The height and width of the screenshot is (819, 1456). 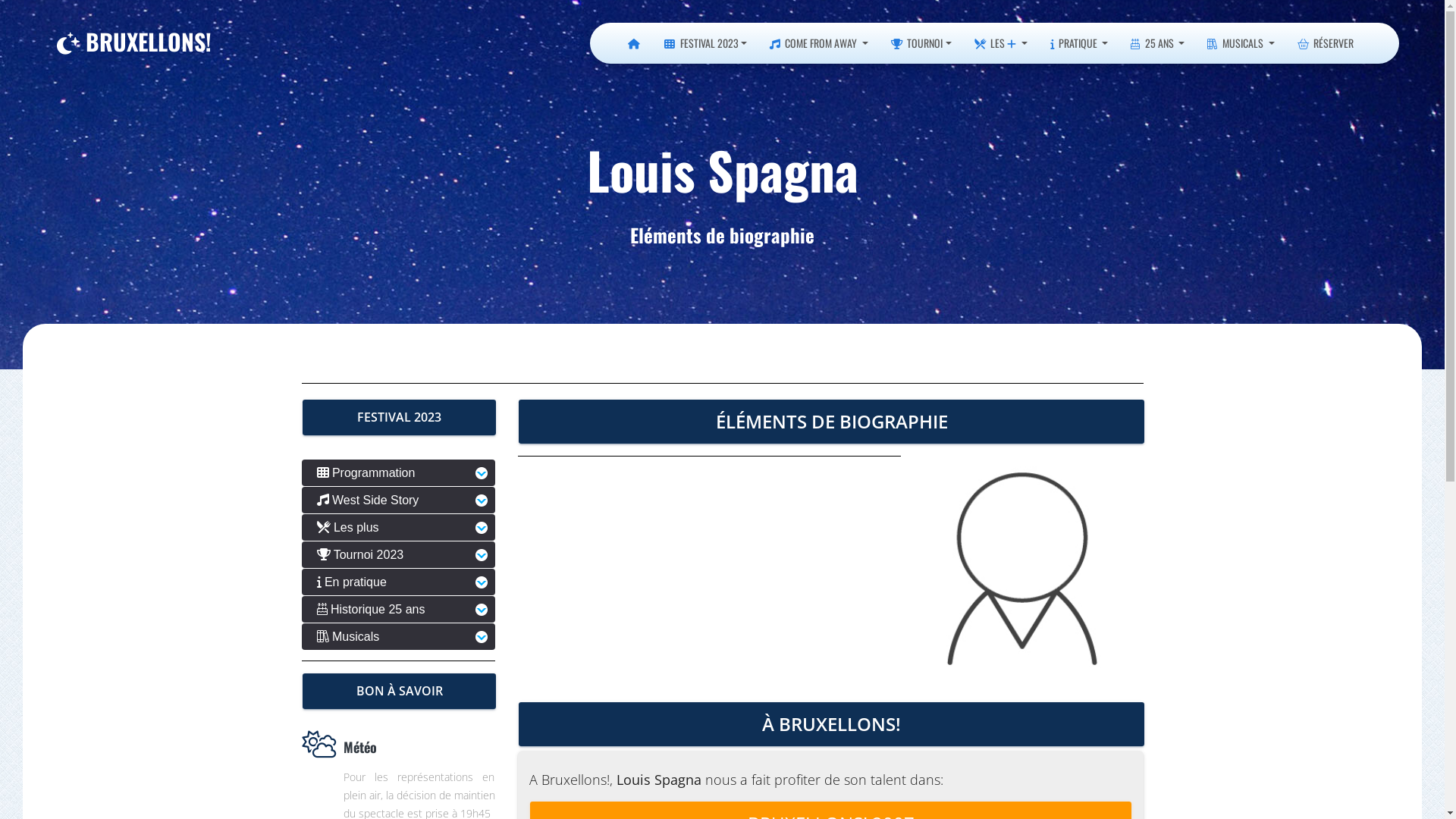 What do you see at coordinates (1156, 42) in the screenshot?
I see `'25 ANS'` at bounding box center [1156, 42].